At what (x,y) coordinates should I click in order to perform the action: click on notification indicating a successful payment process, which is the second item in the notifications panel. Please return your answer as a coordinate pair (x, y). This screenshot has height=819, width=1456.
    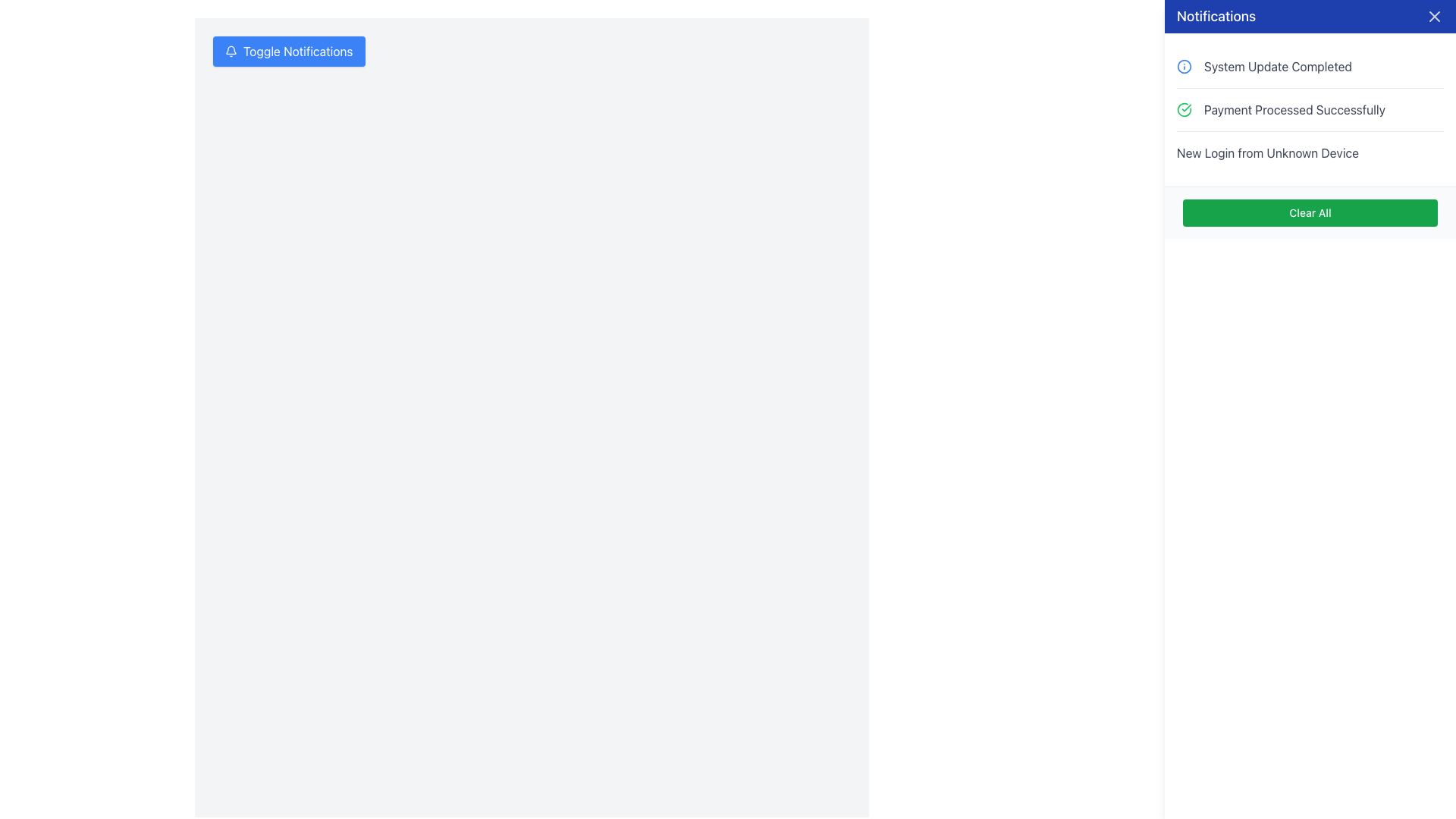
    Looking at the image, I should click on (1310, 108).